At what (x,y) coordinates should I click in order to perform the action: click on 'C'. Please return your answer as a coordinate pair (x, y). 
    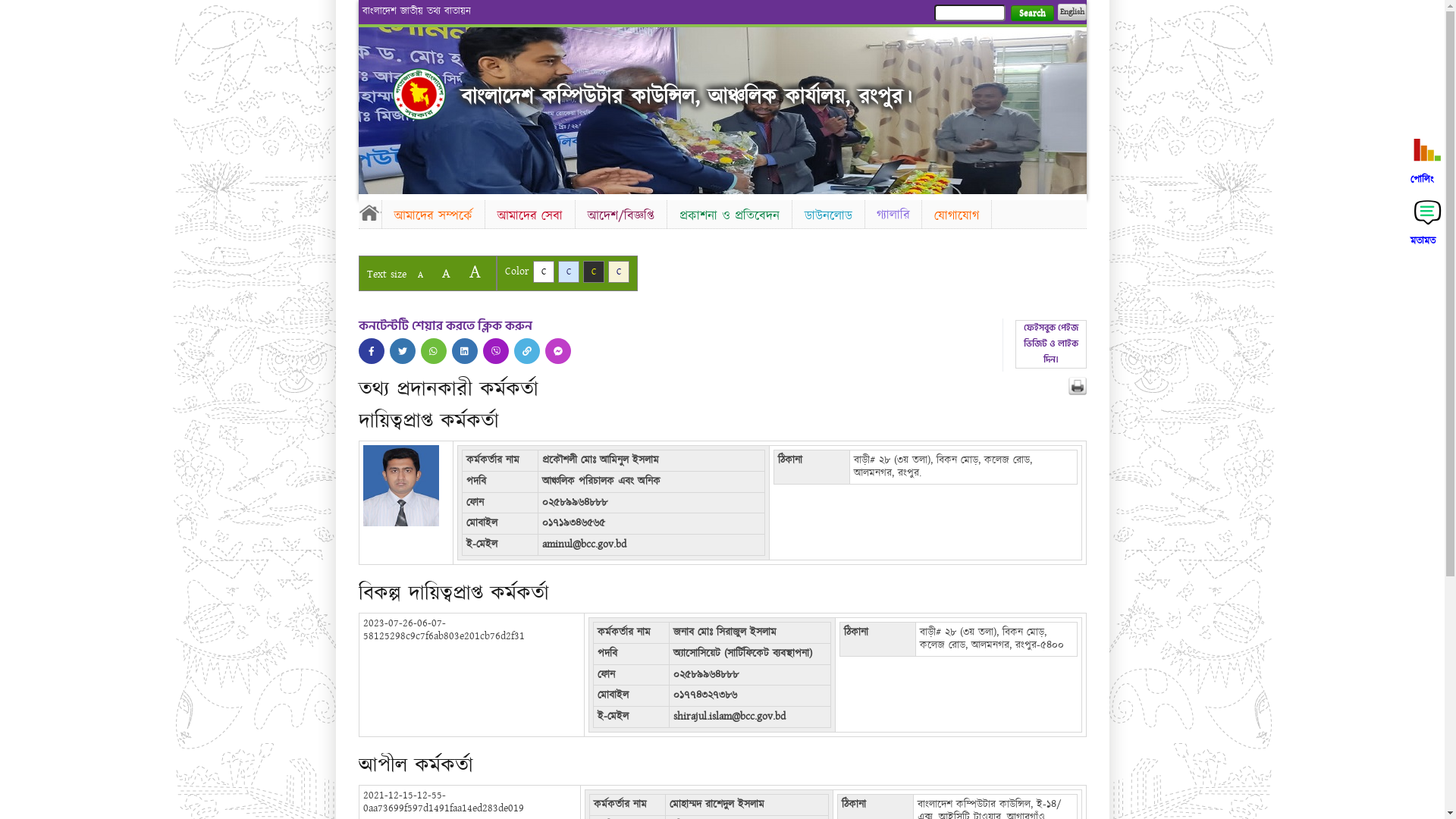
    Looking at the image, I should click on (567, 271).